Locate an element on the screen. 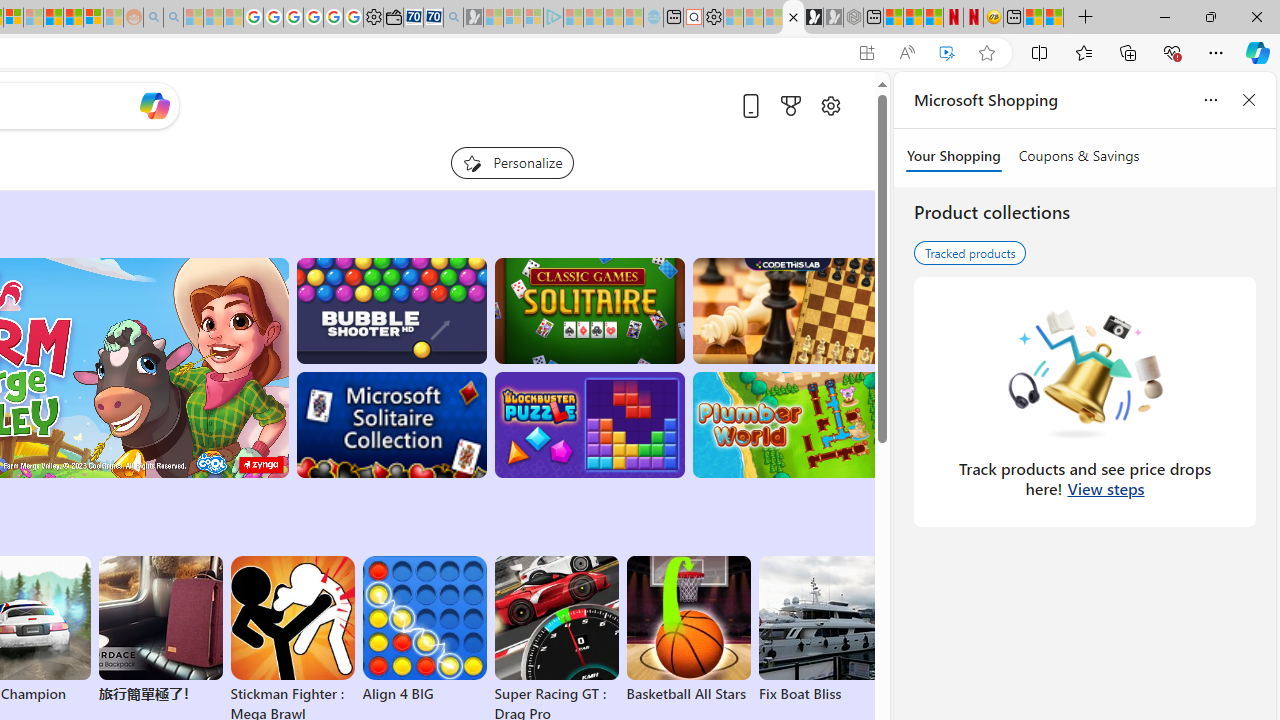 Image resolution: width=1280 pixels, height=720 pixels. 'Classic Solitaire' is located at coordinates (588, 311).